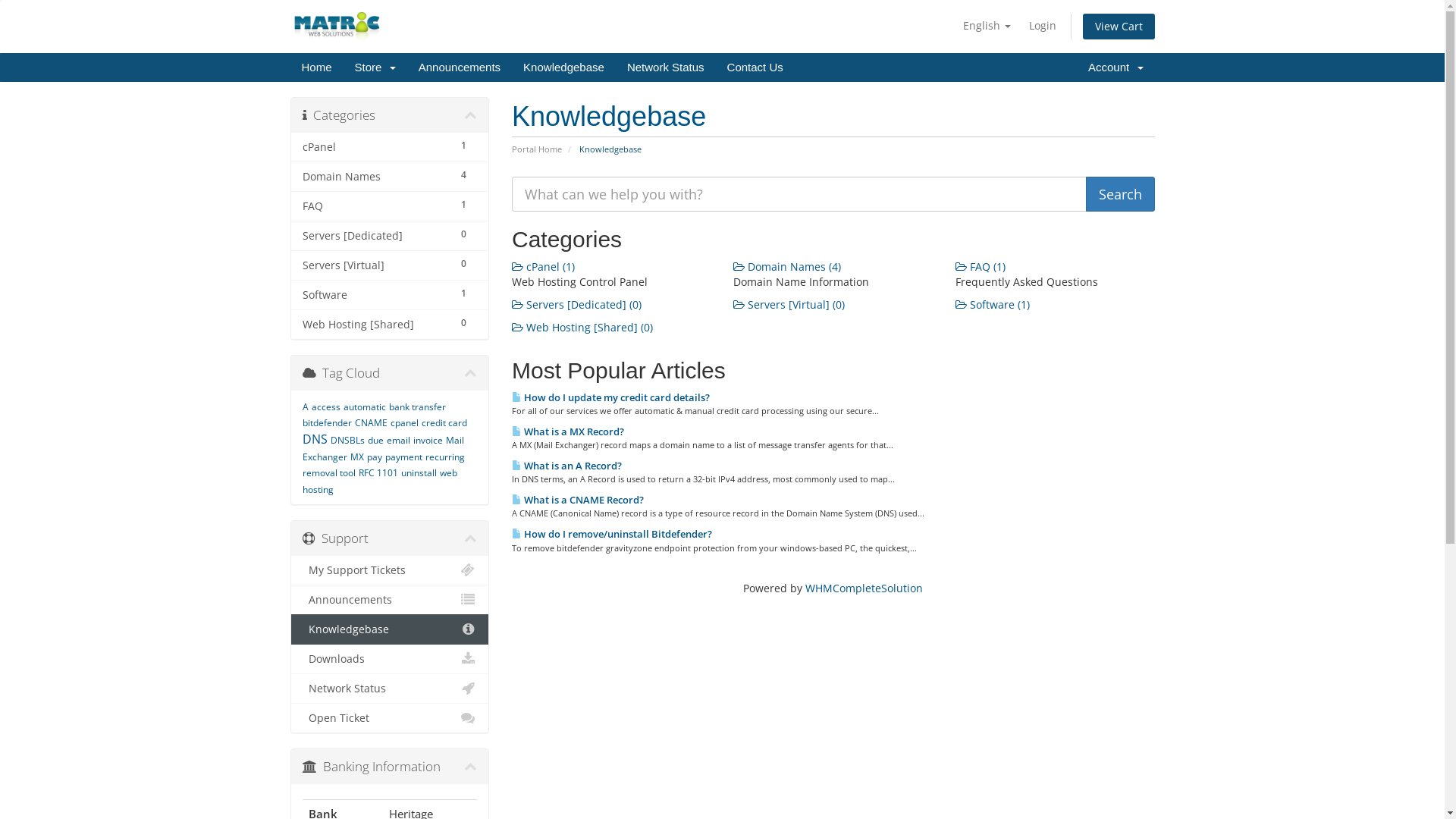  What do you see at coordinates (864, 587) in the screenshot?
I see `'WHMCompleteSolution'` at bounding box center [864, 587].